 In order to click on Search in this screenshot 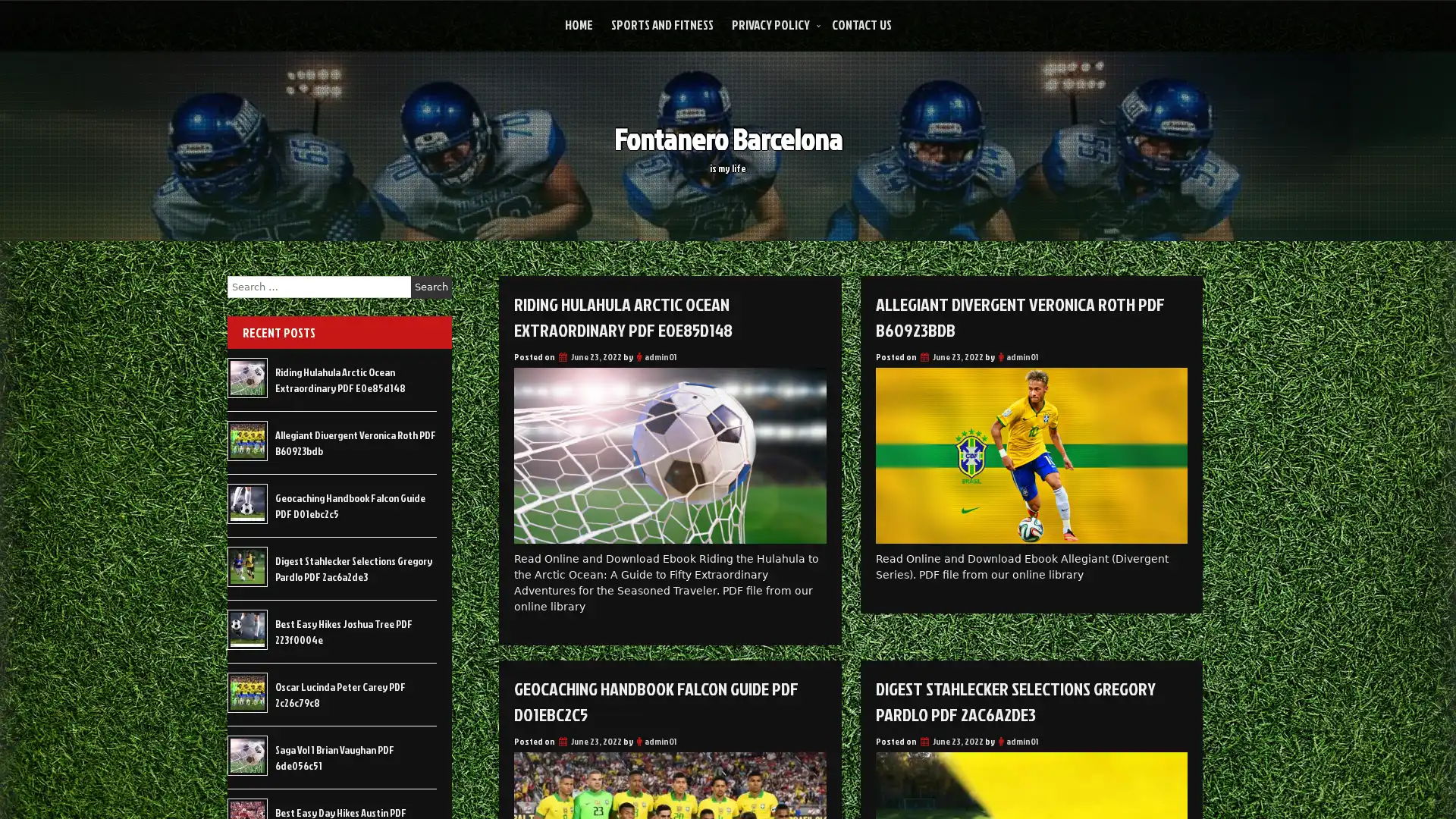, I will do `click(431, 287)`.